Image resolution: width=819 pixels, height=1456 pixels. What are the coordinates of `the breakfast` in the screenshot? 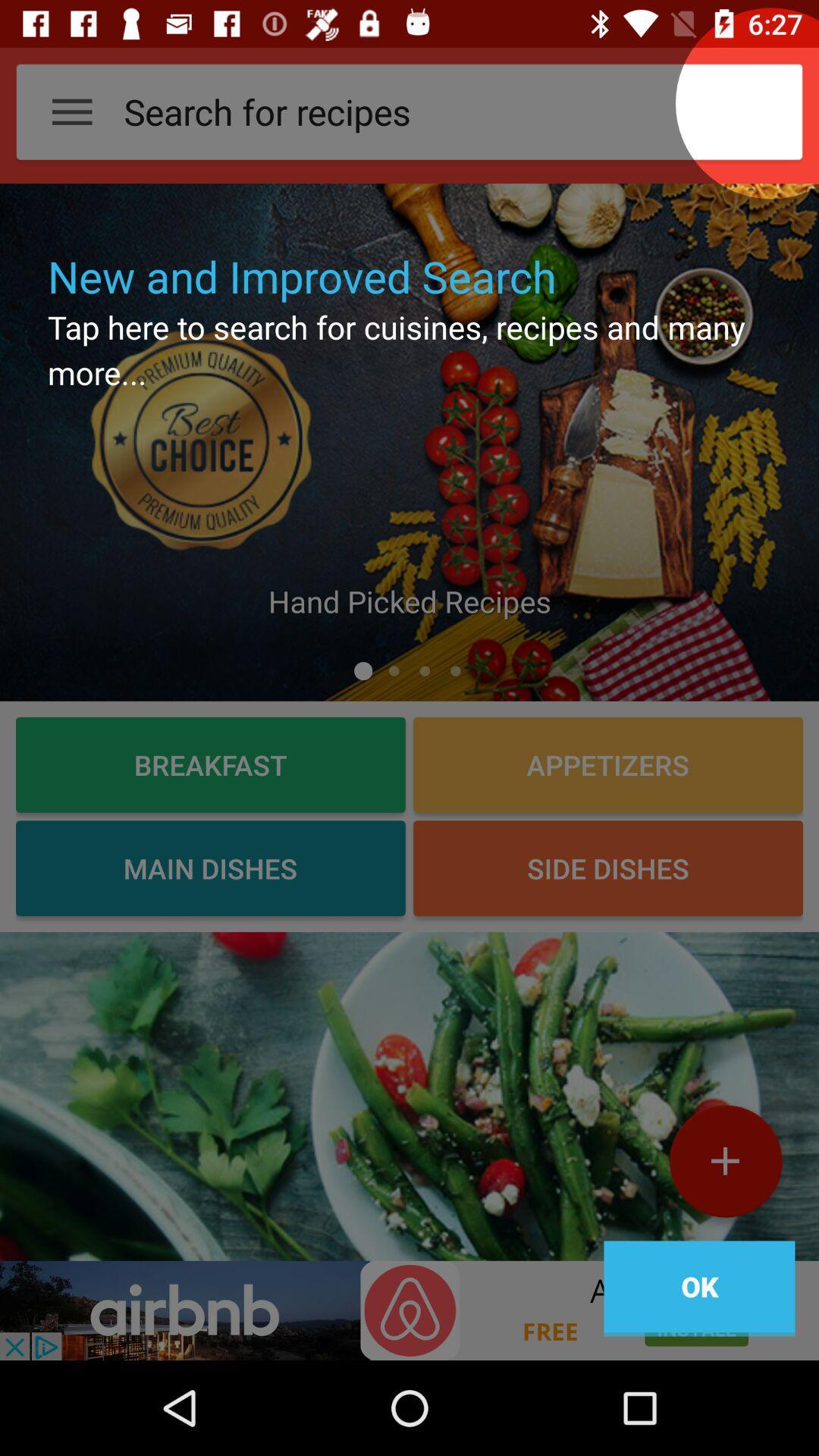 It's located at (210, 764).